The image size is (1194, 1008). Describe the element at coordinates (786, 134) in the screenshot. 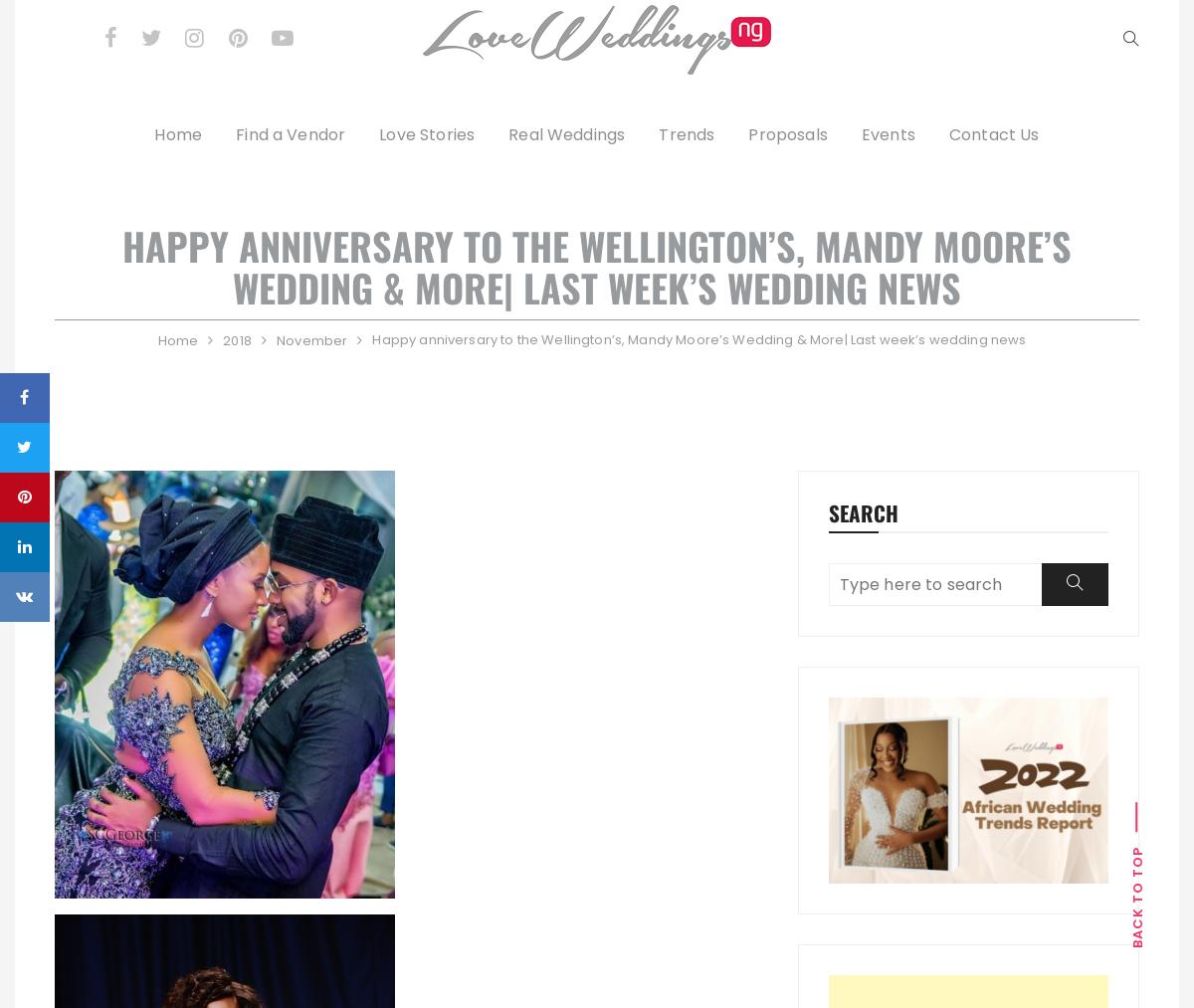

I see `'Proposals'` at that location.